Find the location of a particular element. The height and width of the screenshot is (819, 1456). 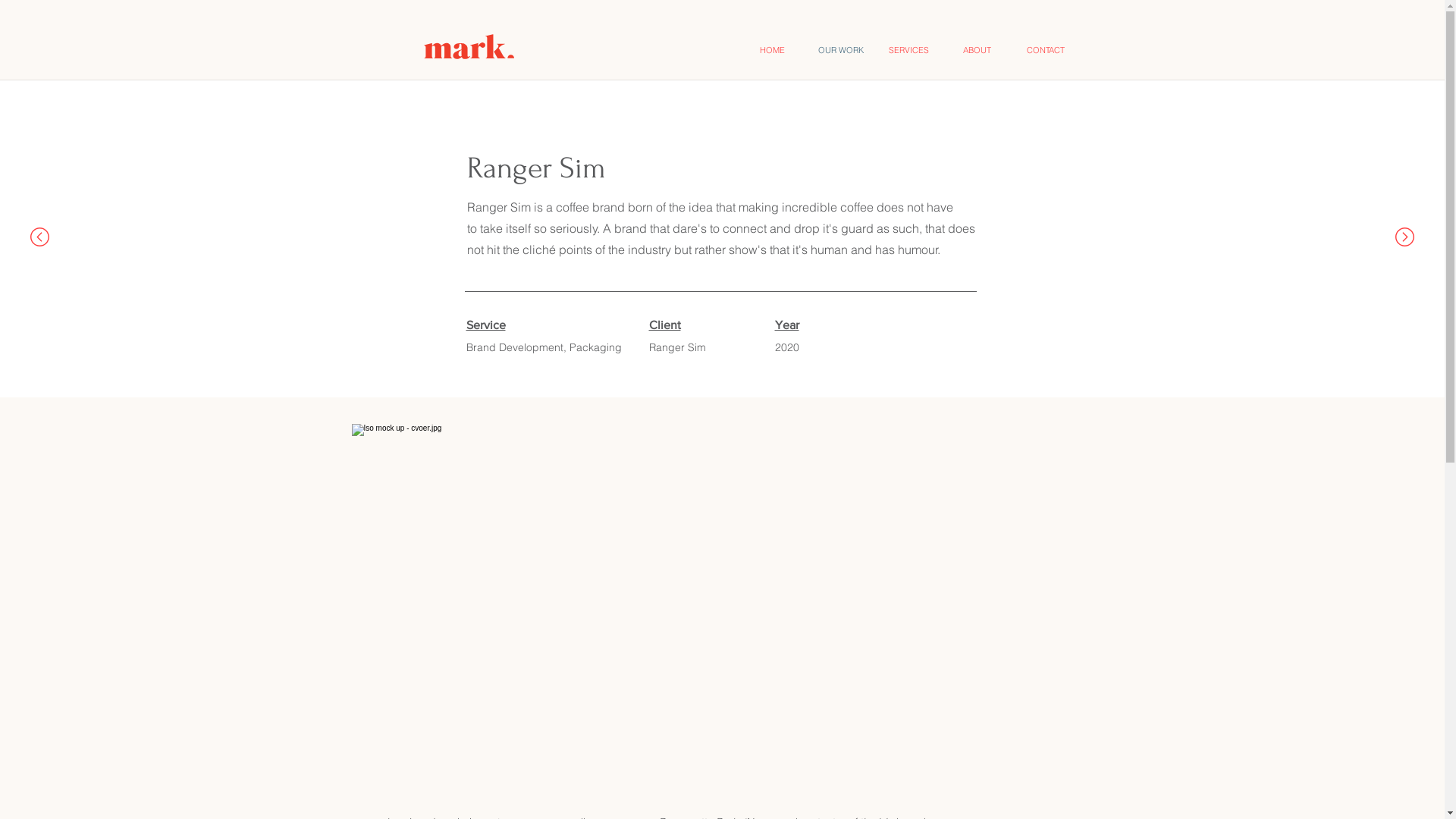

'ABOUT' is located at coordinates (977, 49).